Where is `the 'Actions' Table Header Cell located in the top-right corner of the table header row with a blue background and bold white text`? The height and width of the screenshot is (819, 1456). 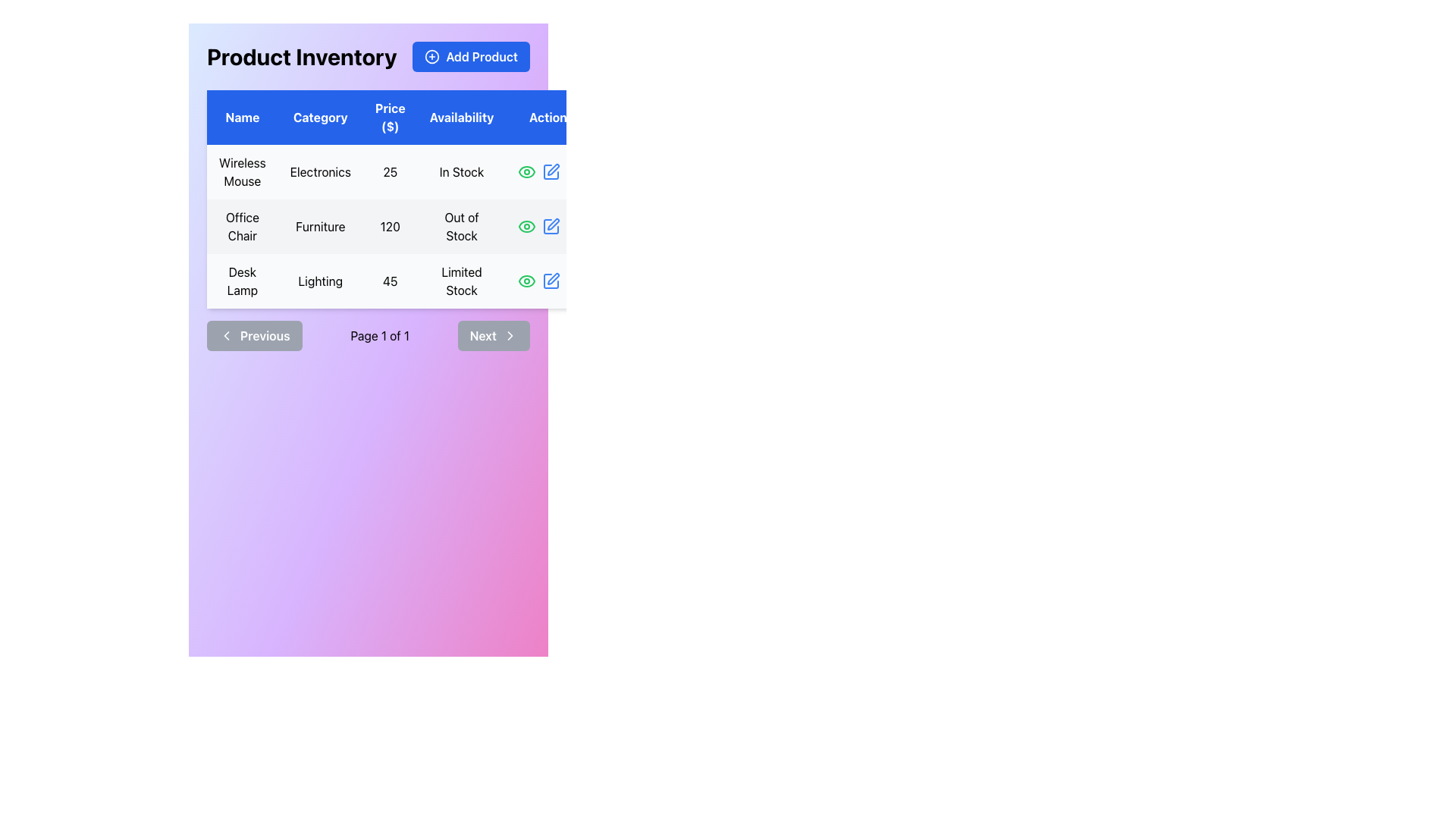
the 'Actions' Table Header Cell located in the top-right corner of the table header row with a blue background and bold white text is located at coordinates (550, 116).